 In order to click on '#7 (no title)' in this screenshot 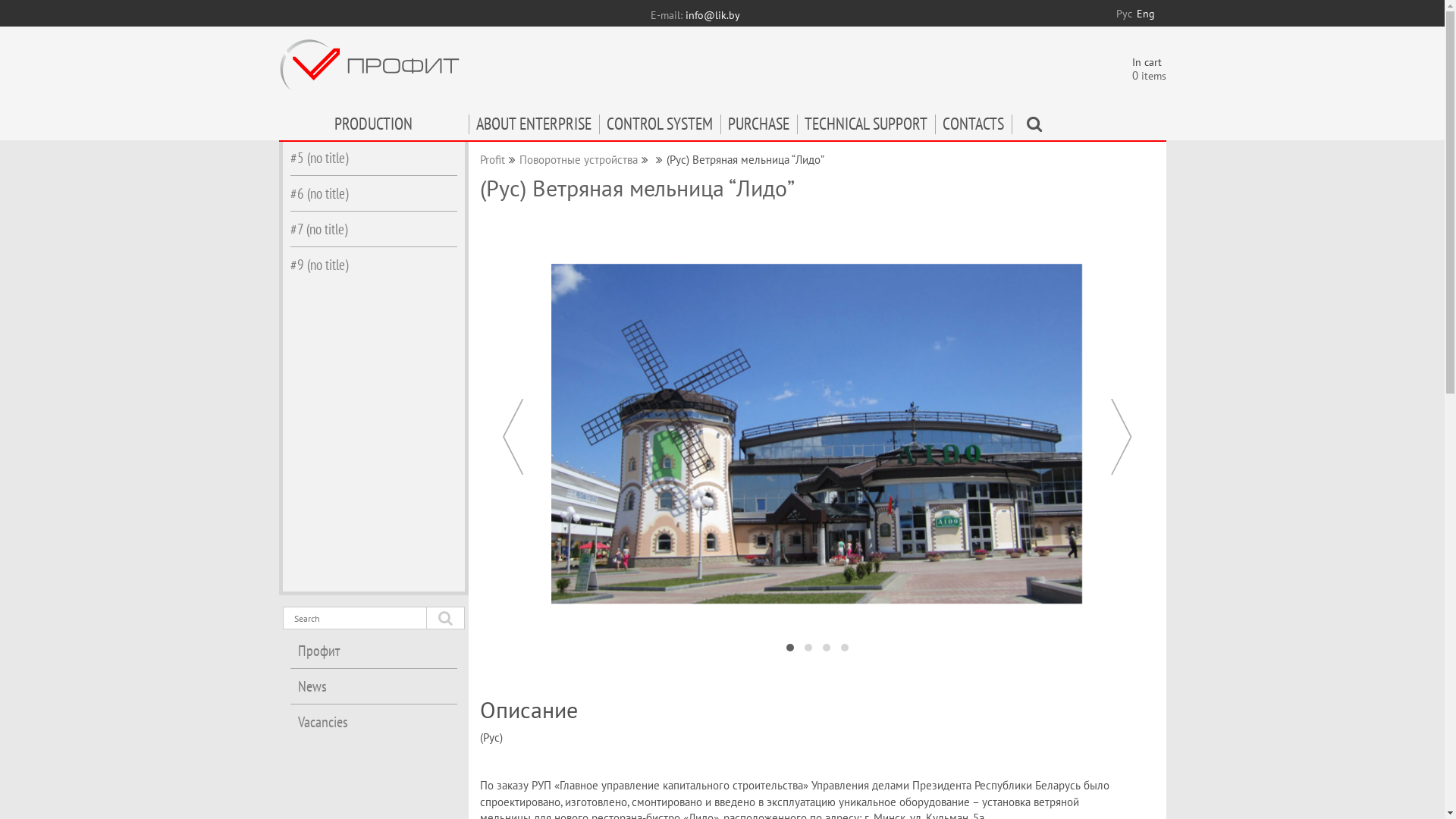, I will do `click(372, 228)`.